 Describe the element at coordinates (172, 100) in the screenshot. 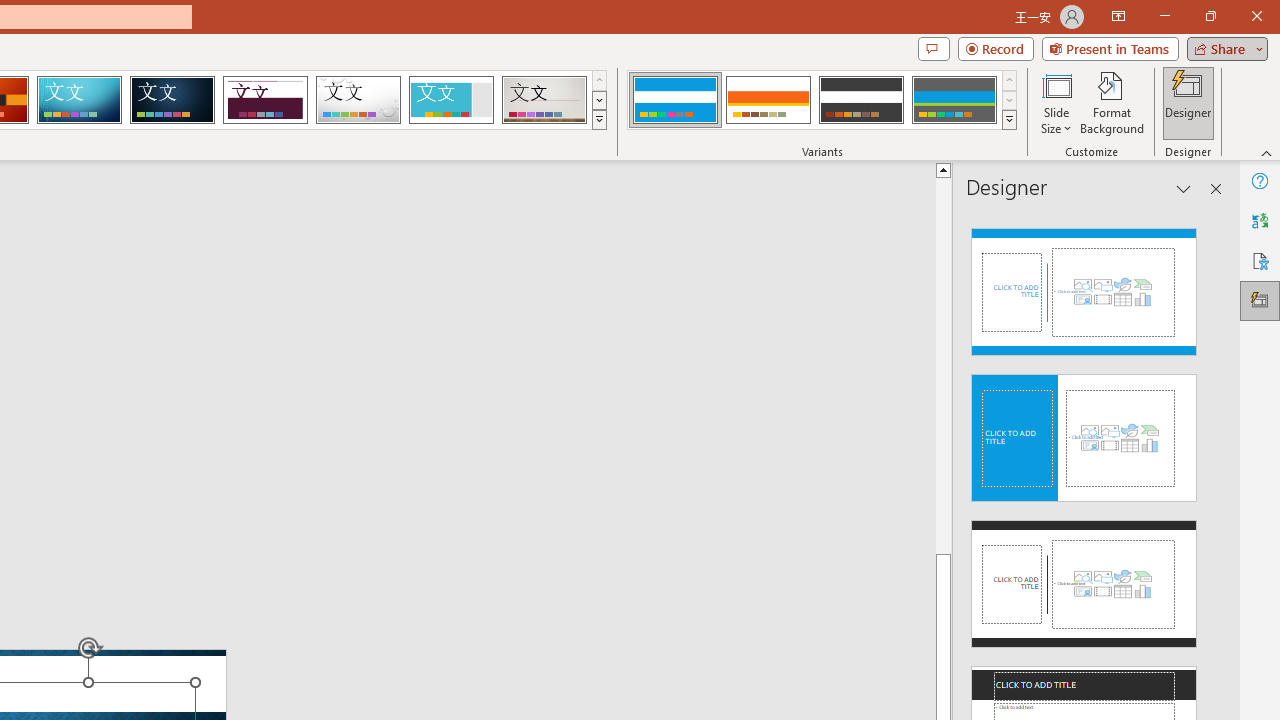

I see `'Damask'` at that location.